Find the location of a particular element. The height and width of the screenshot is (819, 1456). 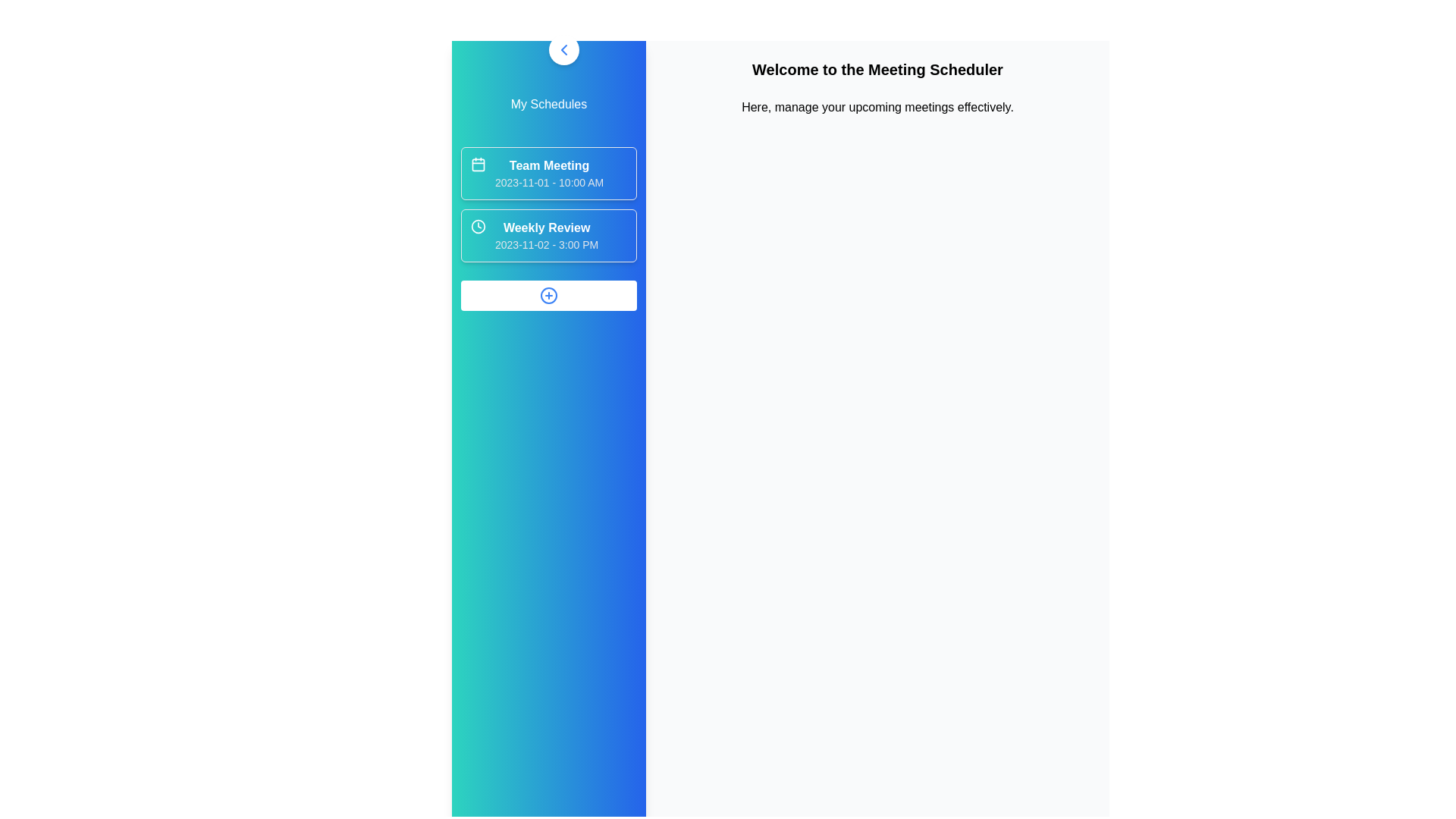

the 'Add' button to create a new schedule is located at coordinates (548, 295).